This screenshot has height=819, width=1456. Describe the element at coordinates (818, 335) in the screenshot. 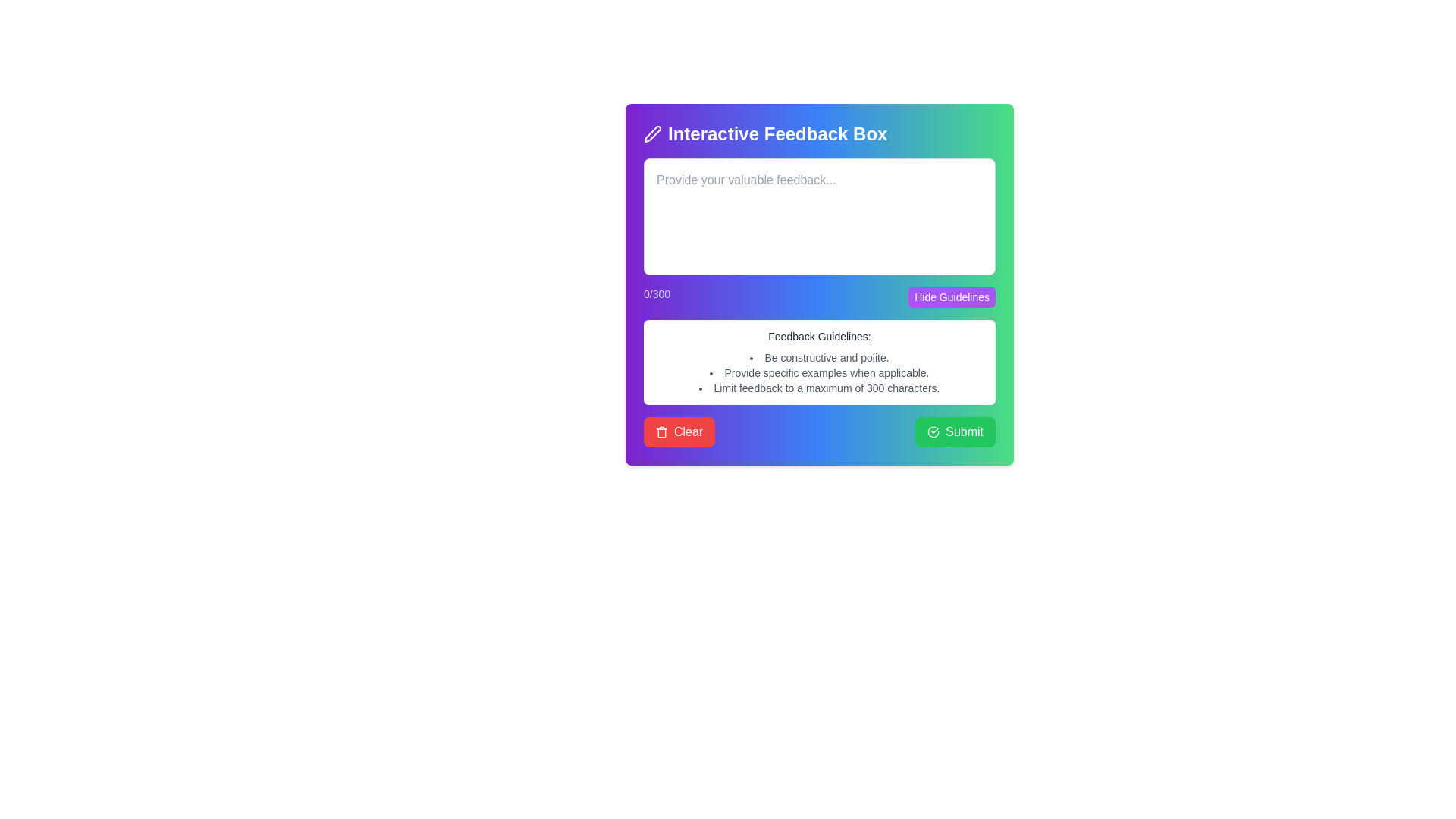

I see `text of the header labeled 'Feedback Guidelines:' which is styled in black or dark grey and is positioned above the bulleted list of feedback suggestions in the feedback box interface` at that location.